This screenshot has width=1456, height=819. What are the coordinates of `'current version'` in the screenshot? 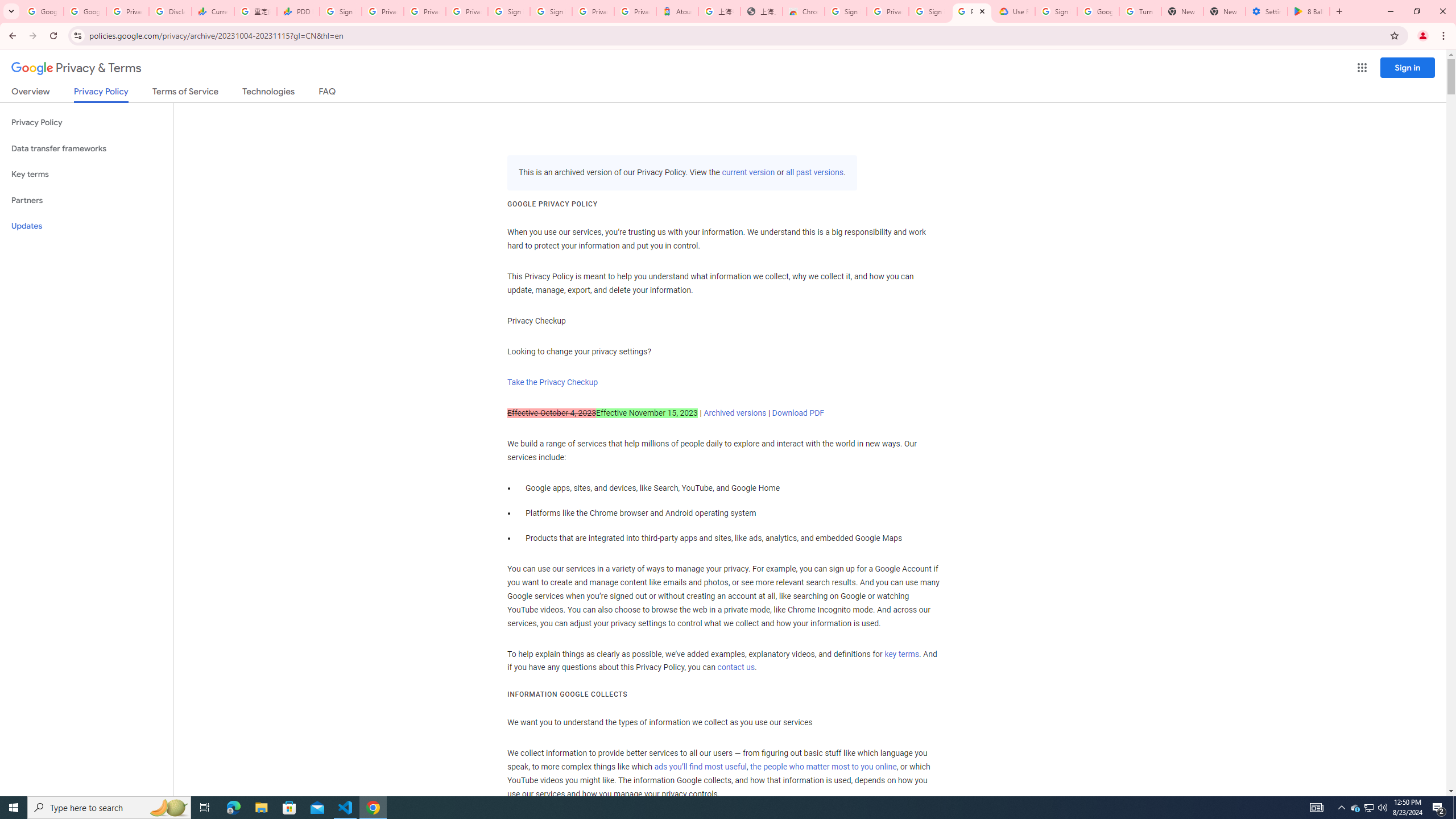 It's located at (747, 172).